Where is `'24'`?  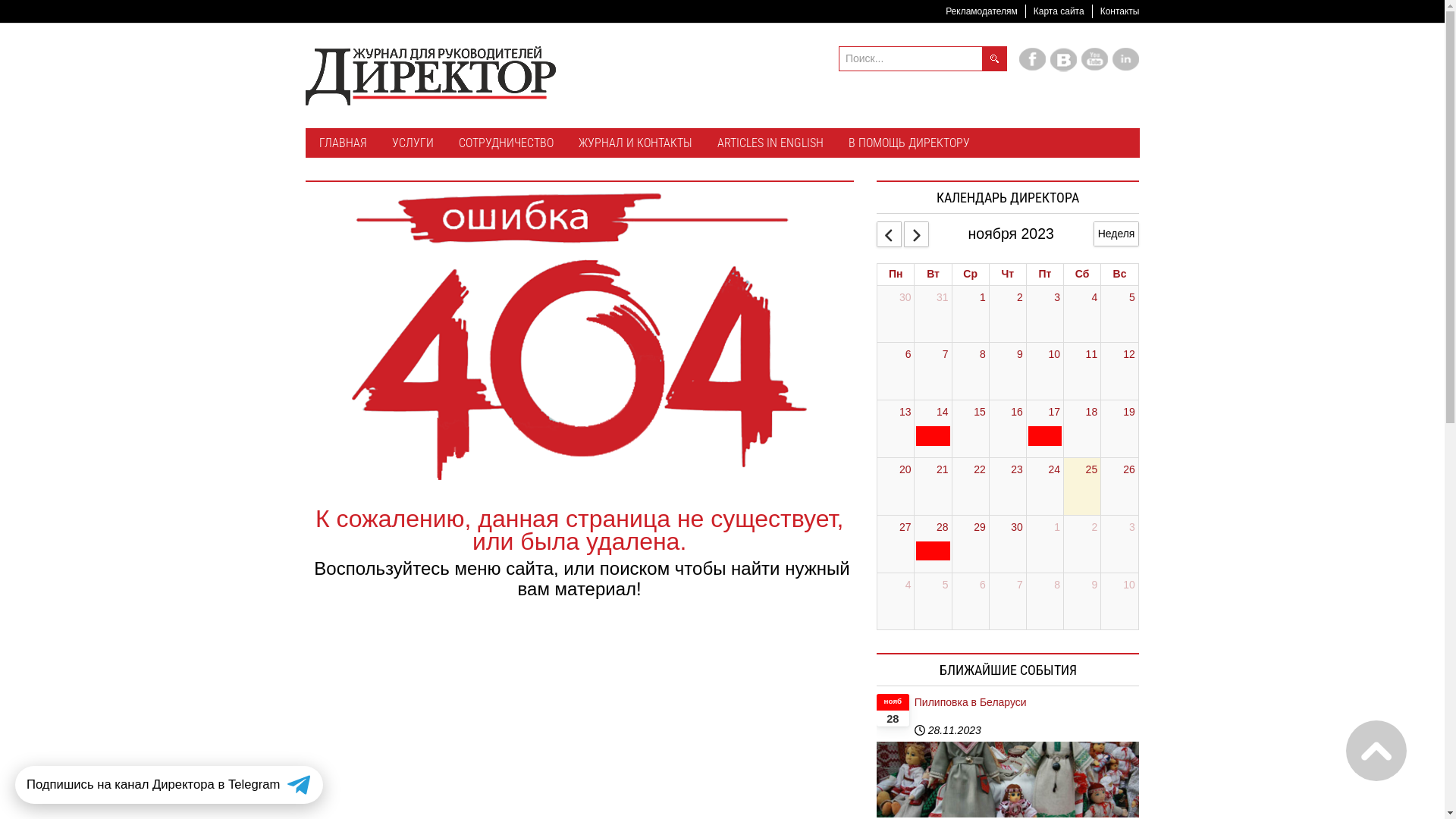
'24' is located at coordinates (1053, 469).